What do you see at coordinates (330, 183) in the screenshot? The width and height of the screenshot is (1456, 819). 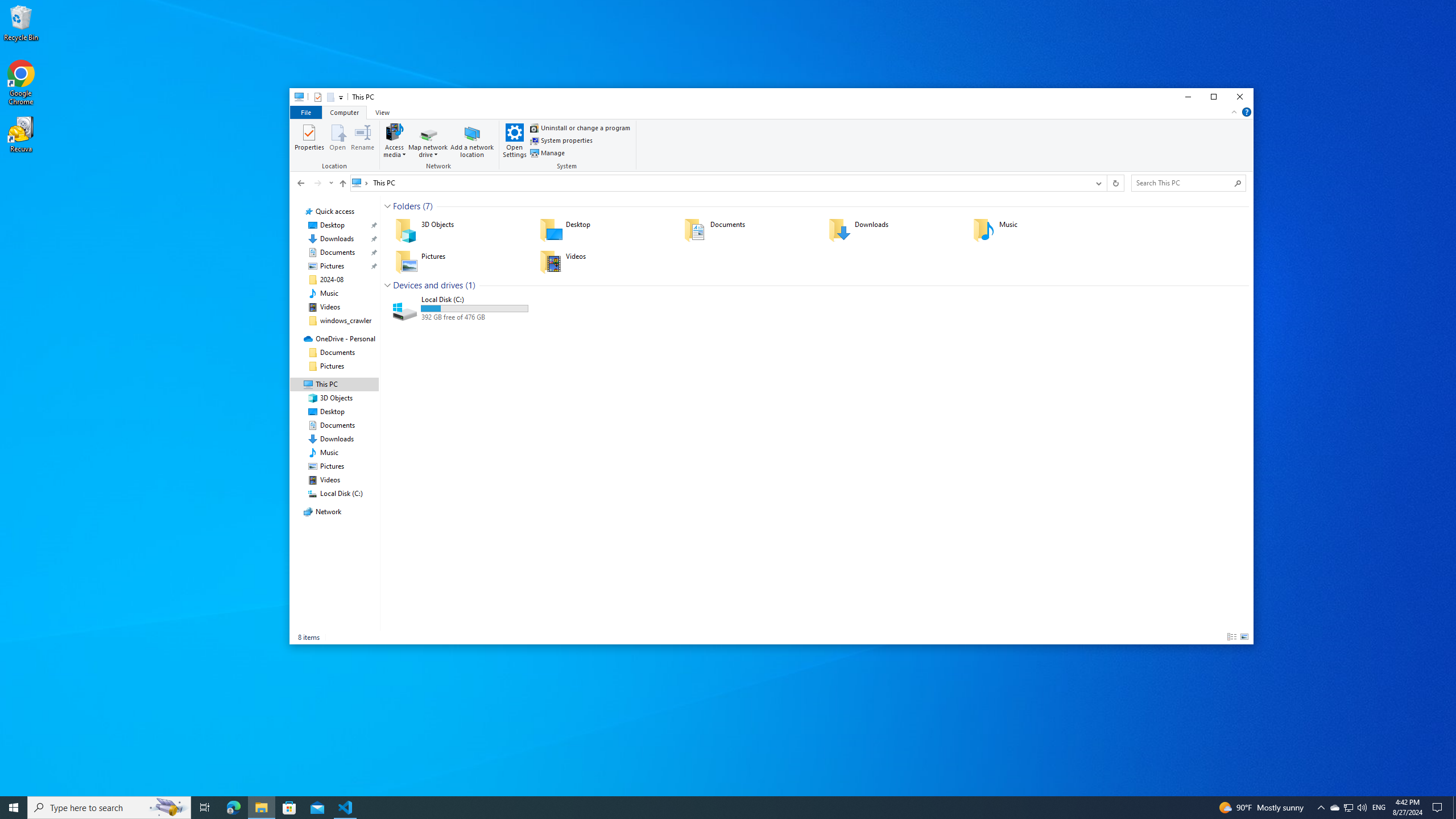 I see `'Recent locations'` at bounding box center [330, 183].